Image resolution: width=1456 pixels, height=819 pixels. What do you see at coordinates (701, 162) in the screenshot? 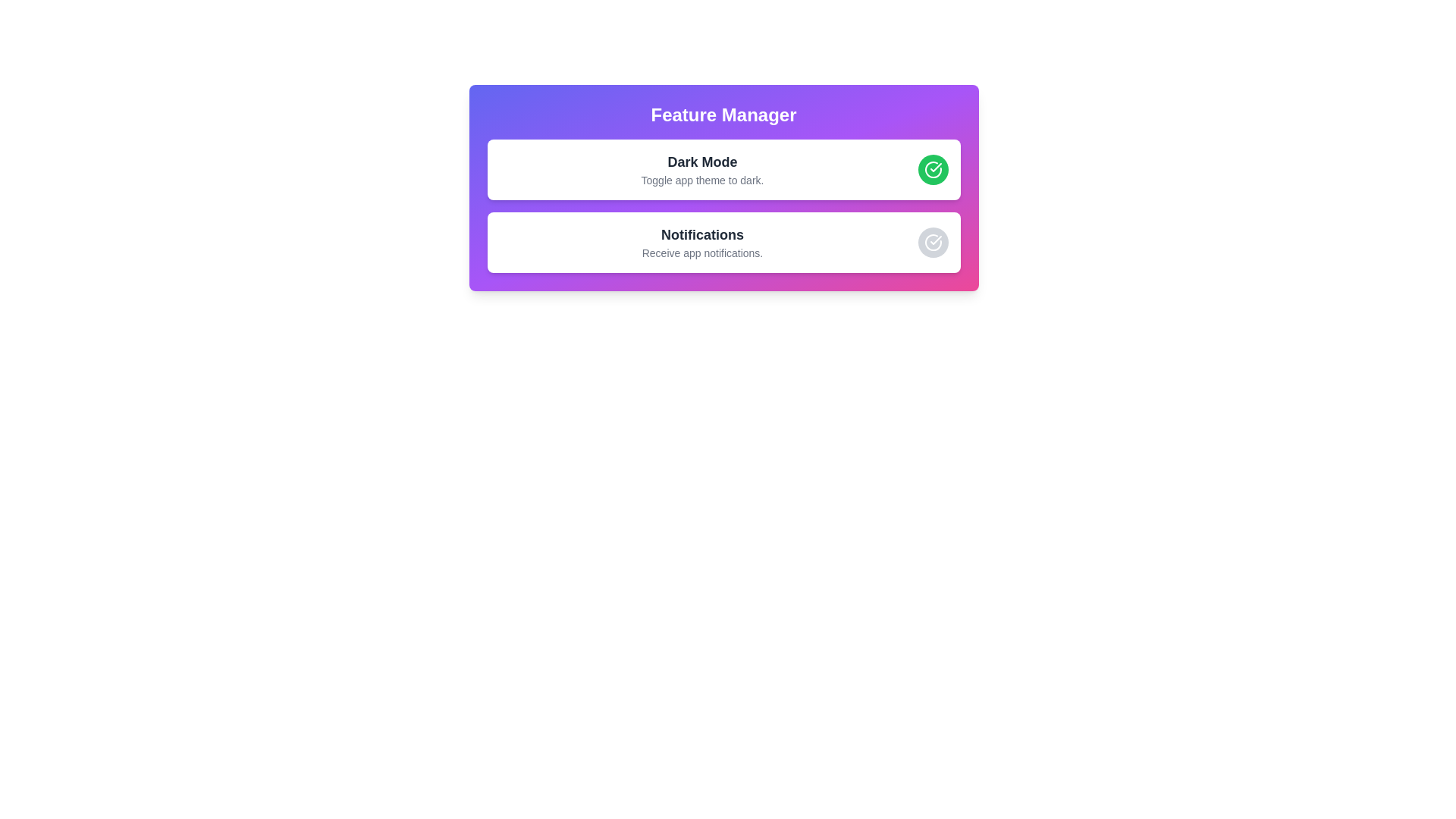
I see `the static textual label that serves as the title for toggling the app theme to dark mode, located at the top of the section` at bounding box center [701, 162].